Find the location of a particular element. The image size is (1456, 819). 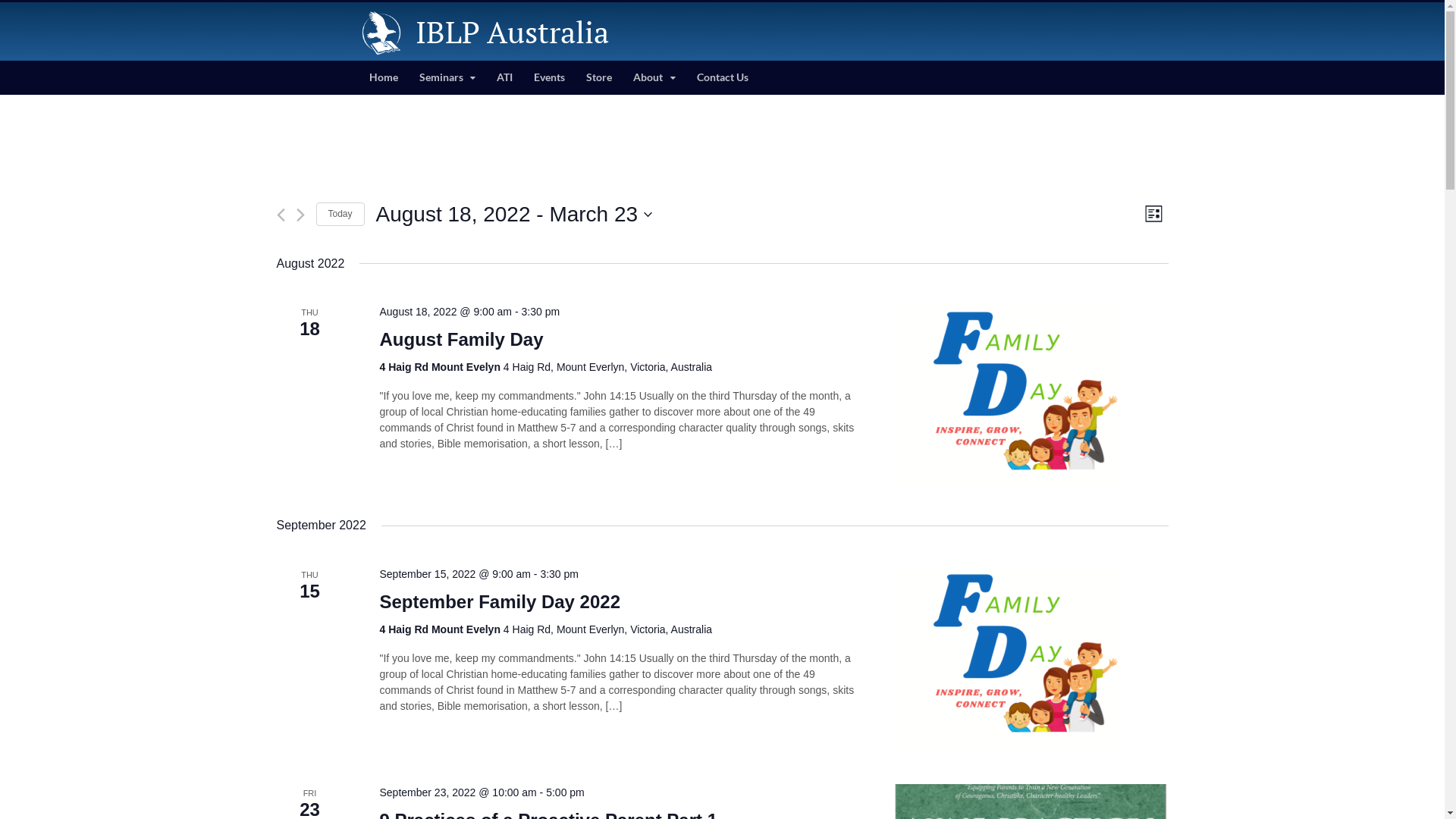

'Contact Us' is located at coordinates (722, 77).